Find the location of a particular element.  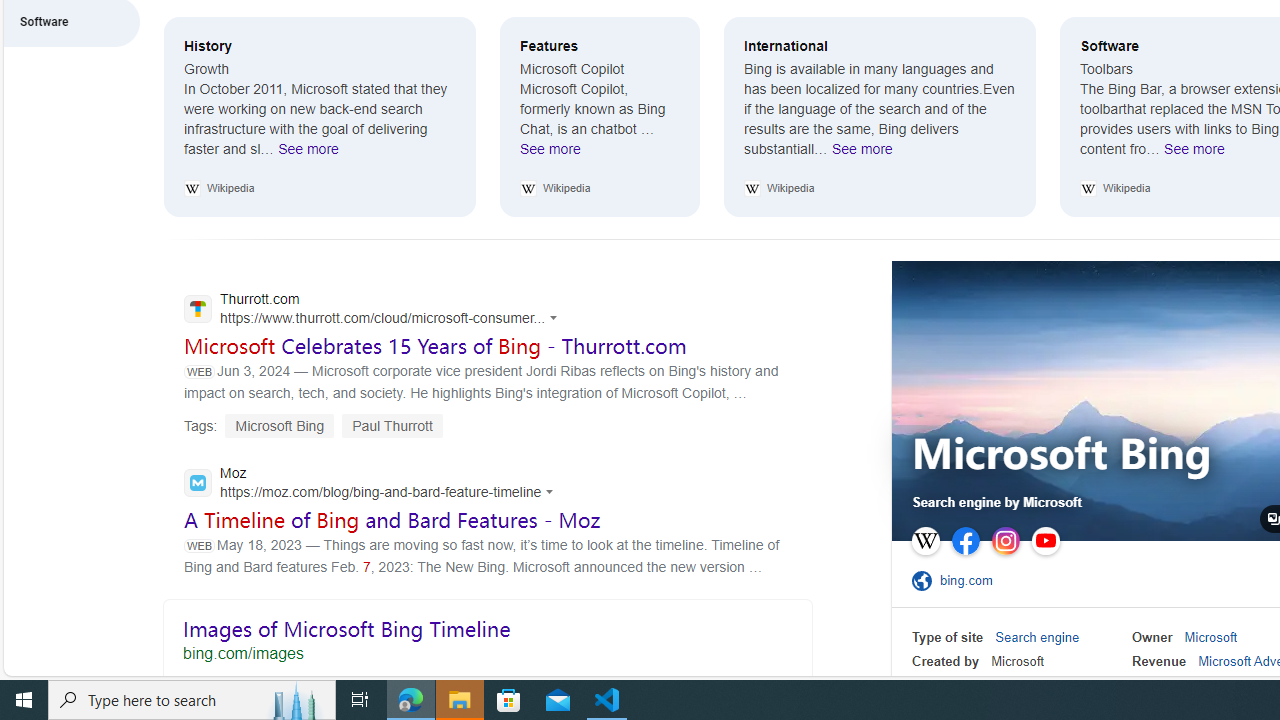

'See more Features' is located at coordinates (550, 153).